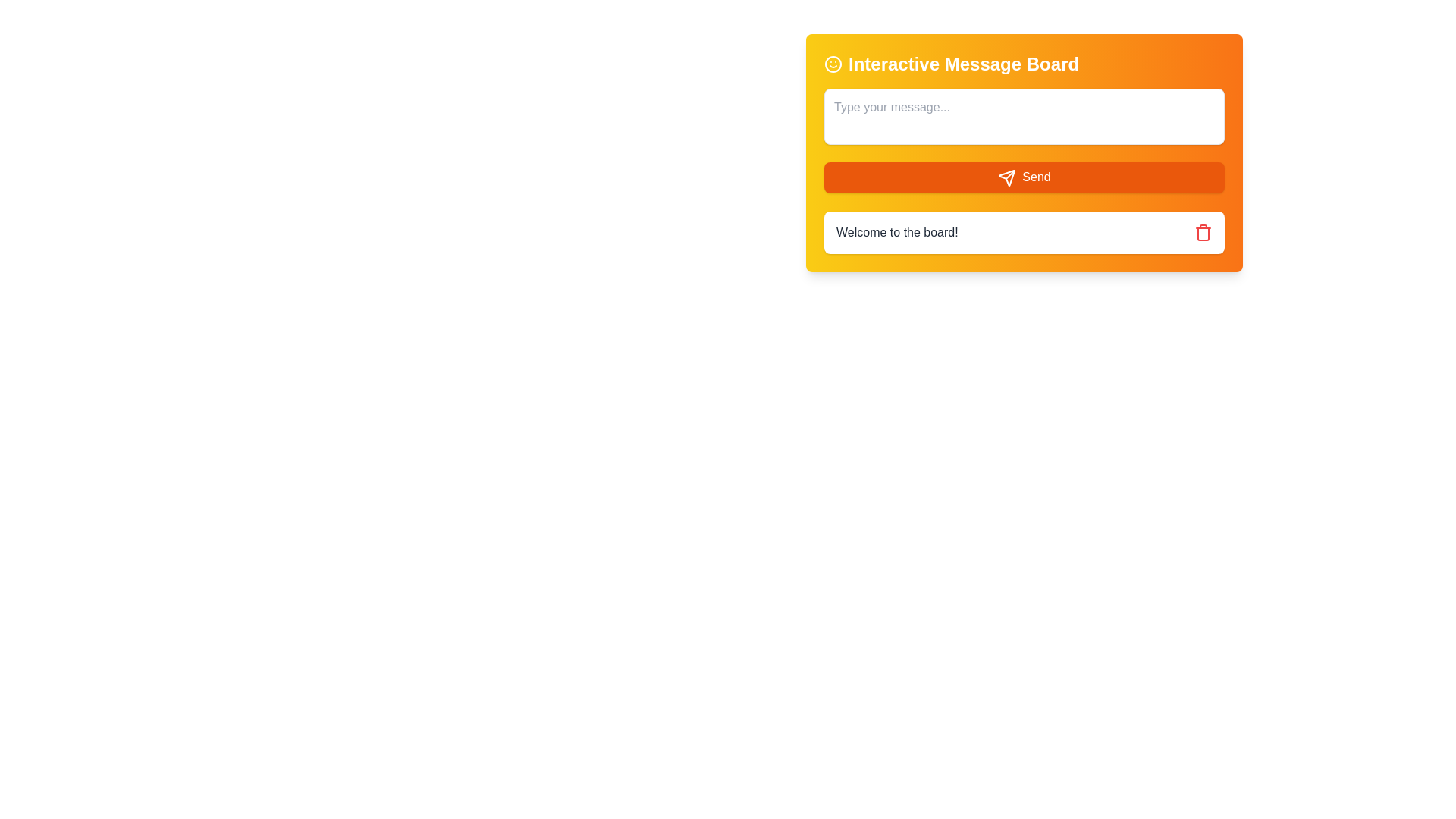  I want to click on the Text label that displays the title or header of the 'Interactive Message Board' interface, located in the top-left corner next to a small smiley icon, so click(963, 63).